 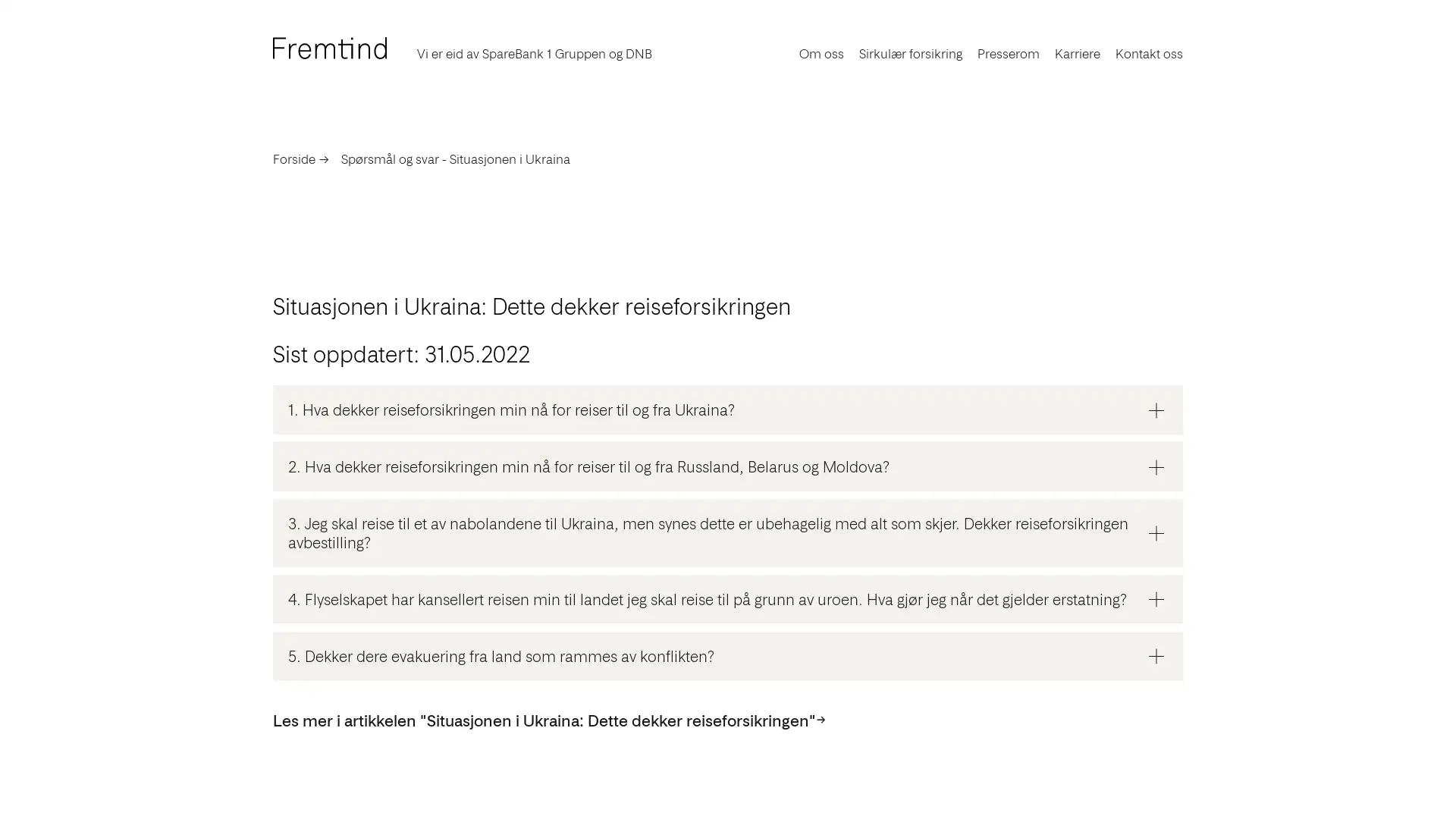 What do you see at coordinates (728, 532) in the screenshot?
I see `3. Jeg skal reise til et av nabolandene til Ukraina, men synes dette er ubehagelig med alt som skjer. Dekker reiseforsikringen avbestilling?` at bounding box center [728, 532].